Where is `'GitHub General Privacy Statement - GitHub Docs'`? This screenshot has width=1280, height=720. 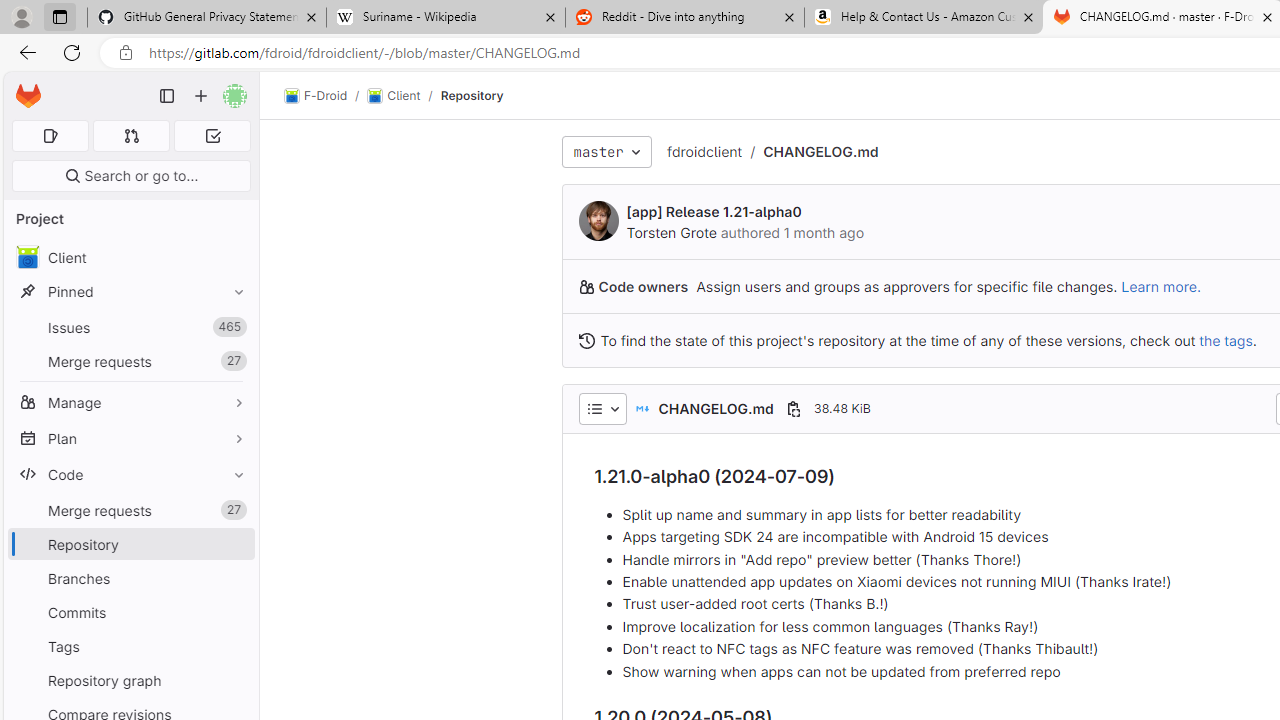
'GitHub General Privacy Statement - GitHub Docs' is located at coordinates (207, 17).